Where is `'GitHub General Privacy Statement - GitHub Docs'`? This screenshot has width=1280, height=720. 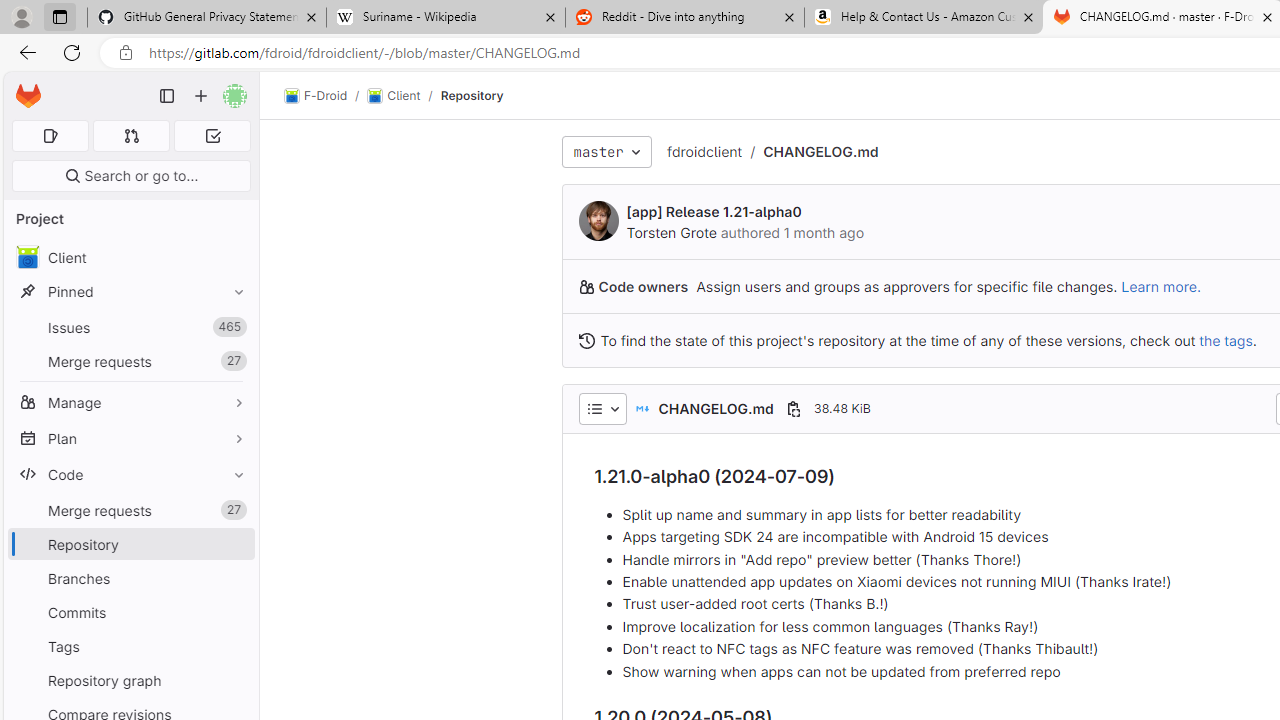
'GitHub General Privacy Statement - GitHub Docs' is located at coordinates (207, 17).